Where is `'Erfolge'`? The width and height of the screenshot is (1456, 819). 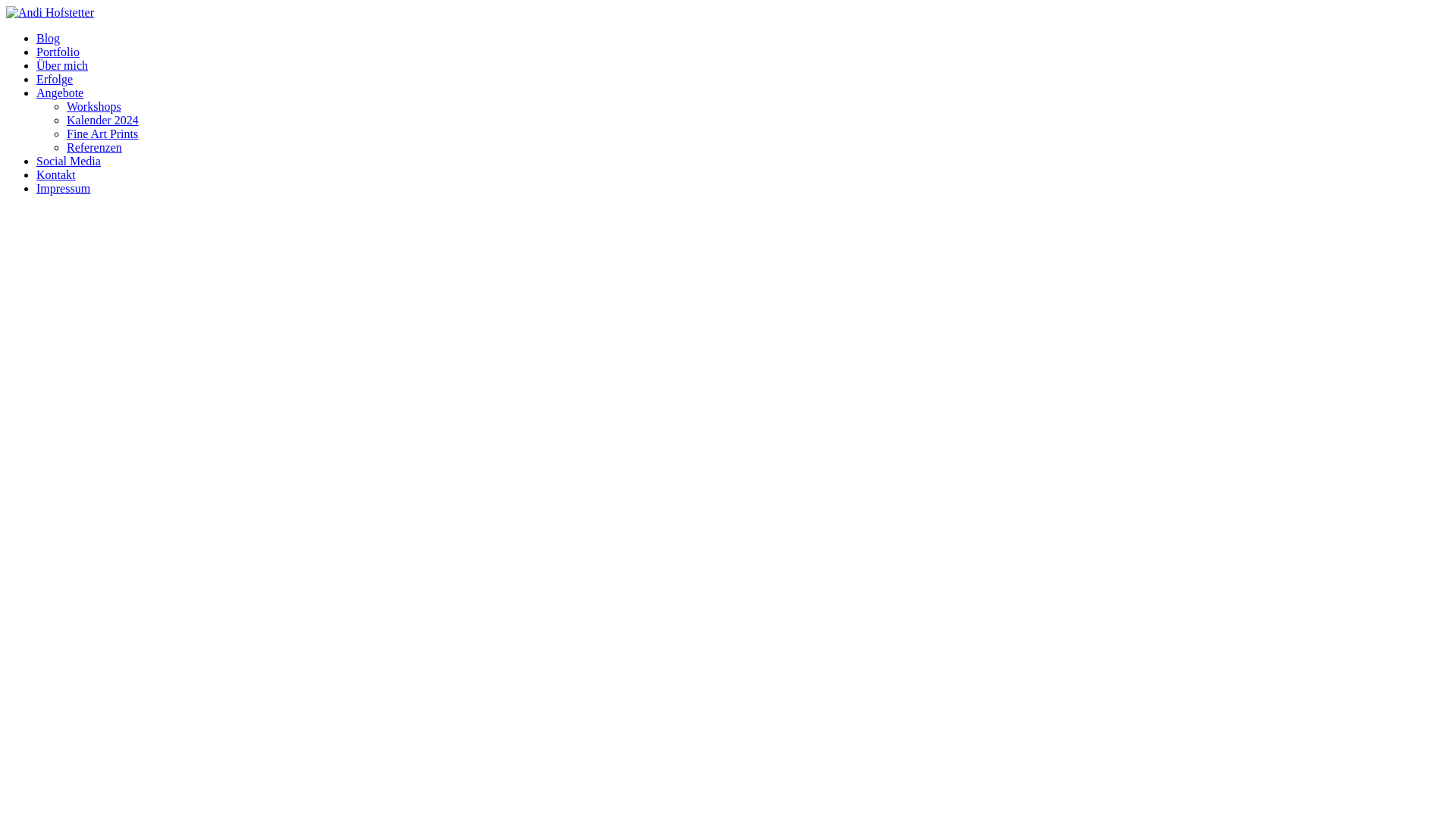
'Erfolge' is located at coordinates (55, 79).